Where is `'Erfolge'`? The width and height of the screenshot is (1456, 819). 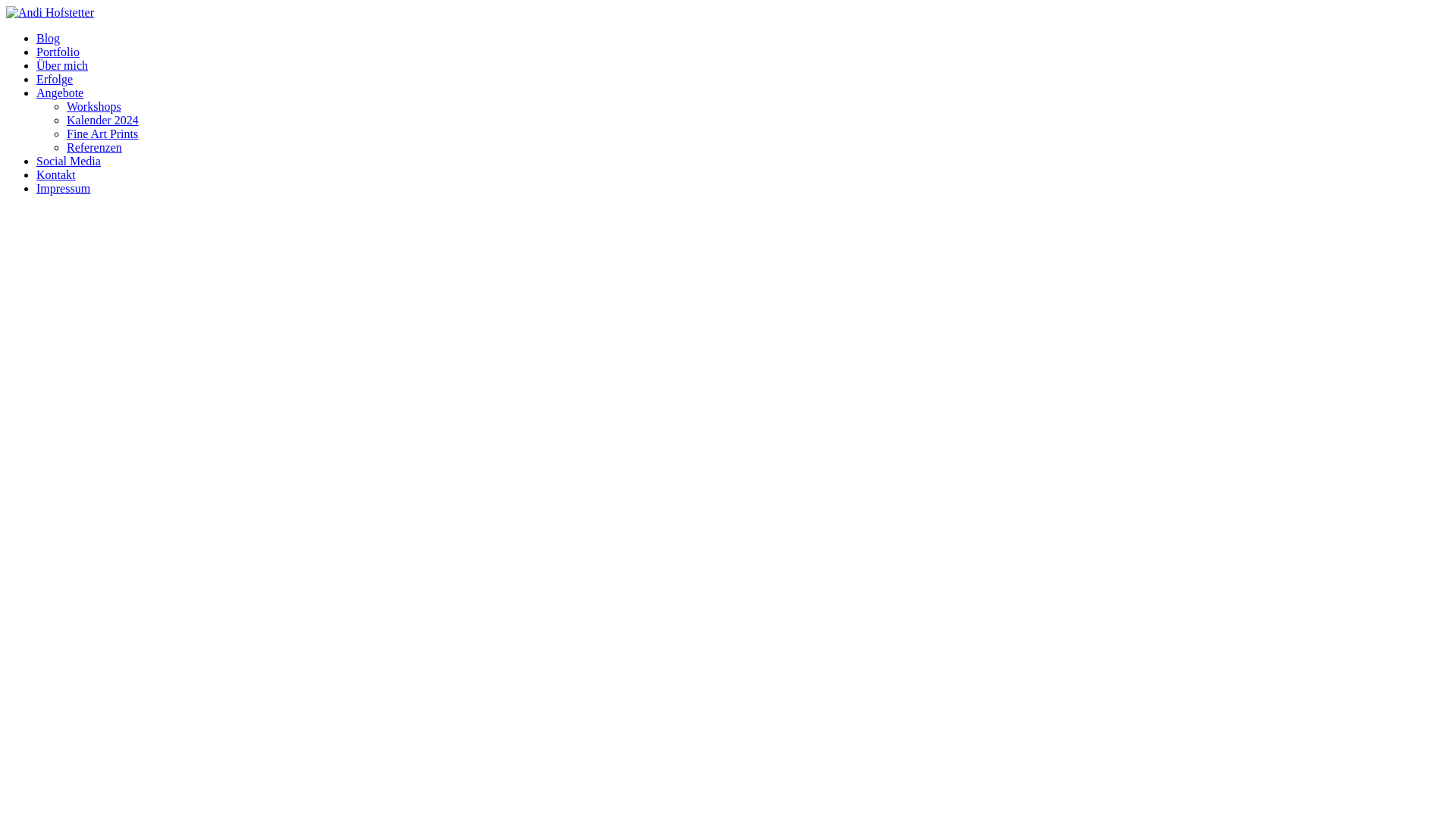
'Erfolge' is located at coordinates (55, 79).